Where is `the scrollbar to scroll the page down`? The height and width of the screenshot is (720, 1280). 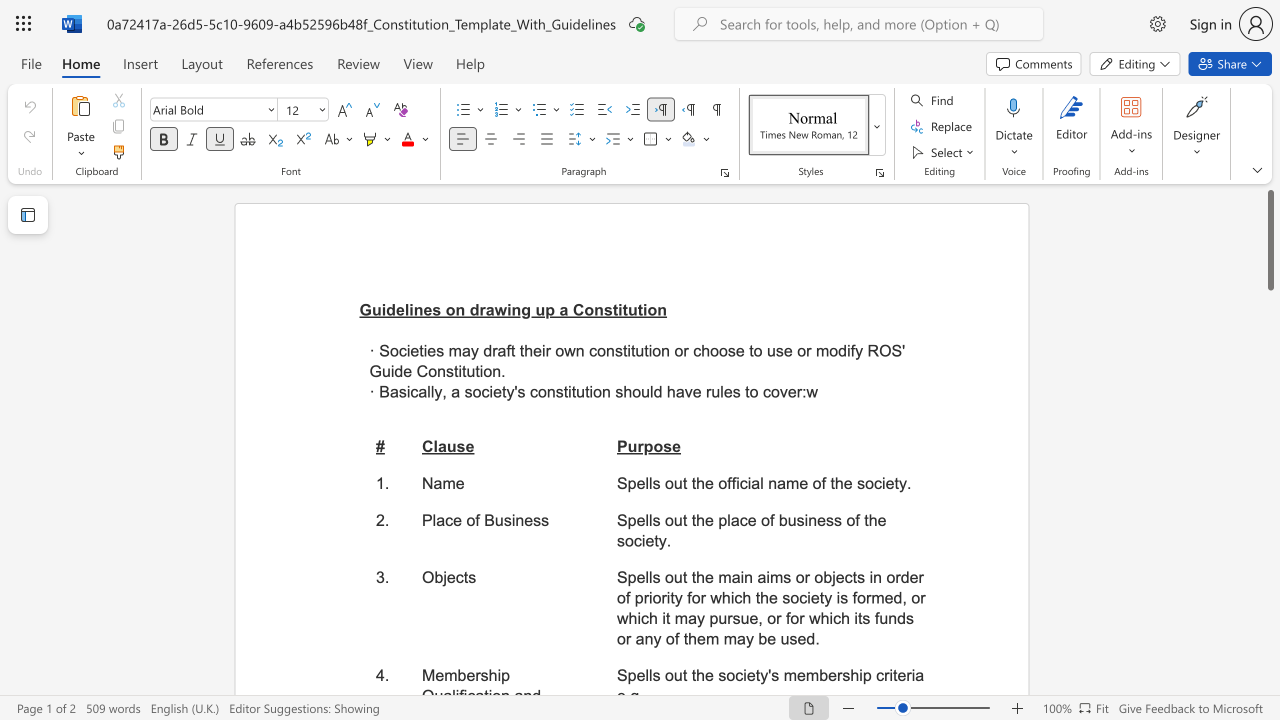 the scrollbar to scroll the page down is located at coordinates (1269, 310).